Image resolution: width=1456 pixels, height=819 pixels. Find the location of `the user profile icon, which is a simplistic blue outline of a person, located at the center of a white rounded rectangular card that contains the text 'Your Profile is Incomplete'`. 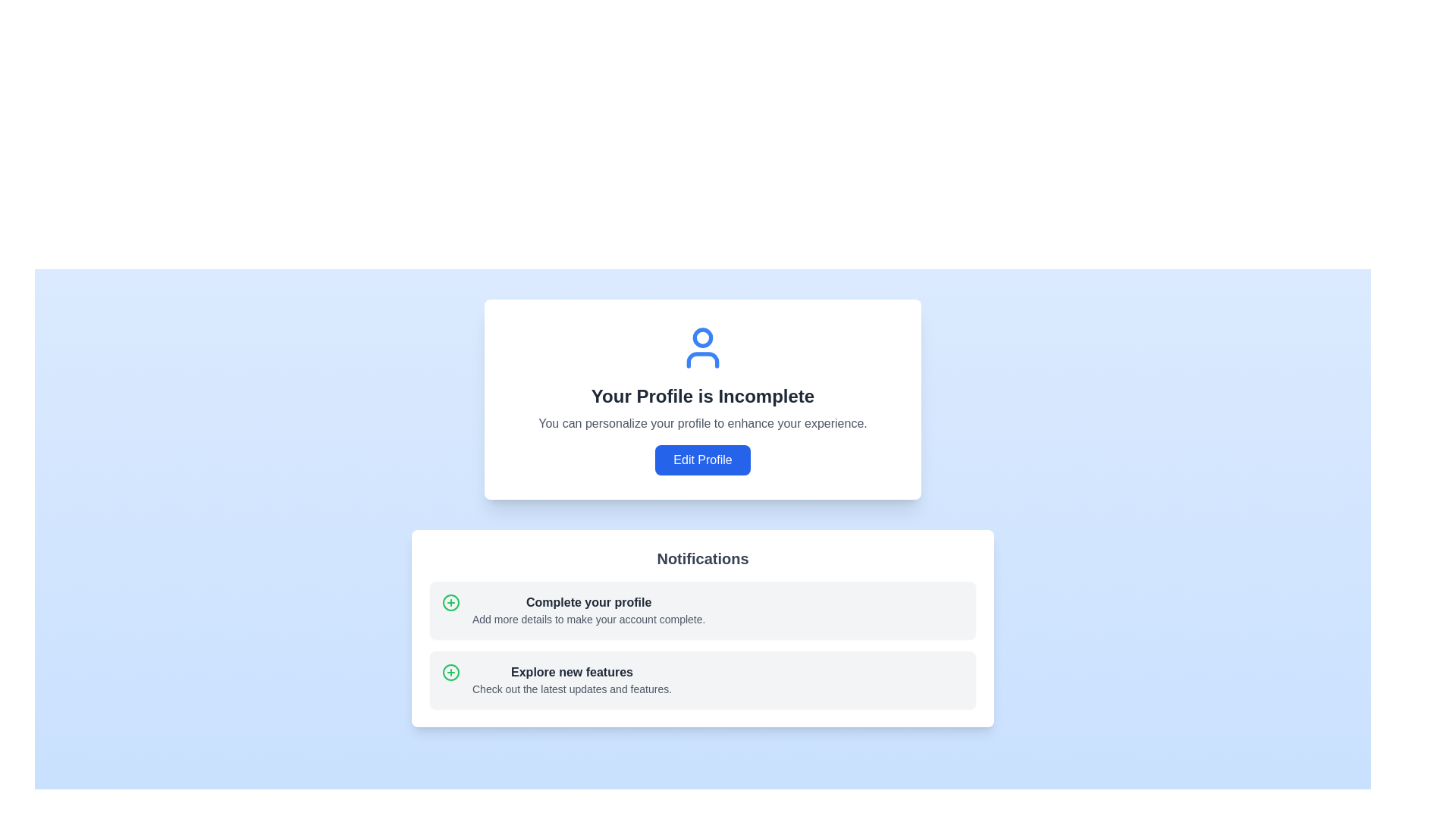

the user profile icon, which is a simplistic blue outline of a person, located at the center of a white rounded rectangular card that contains the text 'Your Profile is Incomplete' is located at coordinates (701, 348).